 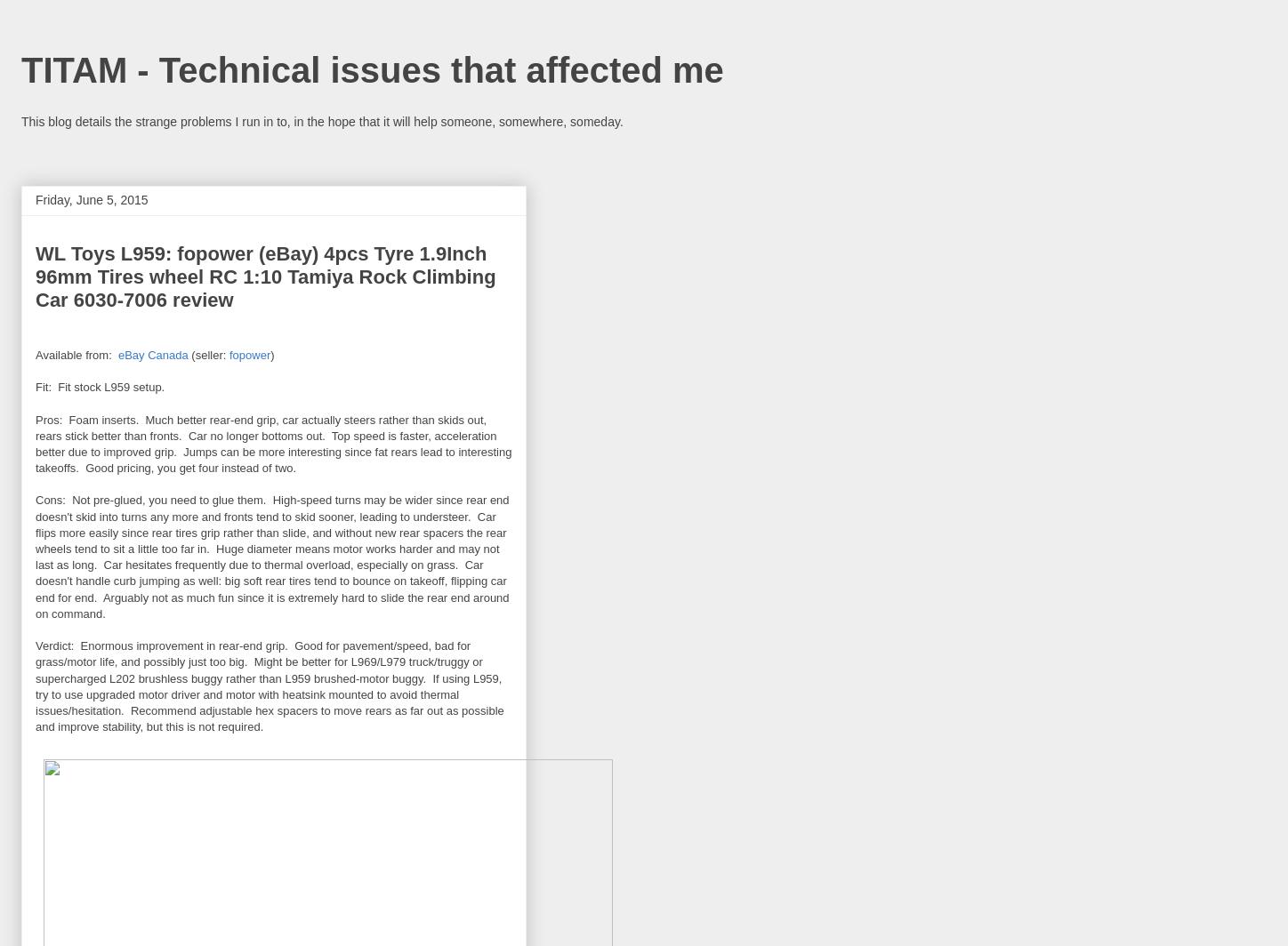 What do you see at coordinates (269, 686) in the screenshot?
I see `'Verdict:  Enormous improvement in rear-end grip.  Good for pavement/speed, bad for grass/motor life, and possibly just too big.  Might be better for L969/L979 truck/truggy or supercharged L202 brushless buggy rather than L959 brushed-motor buggy.  If using L959, try to use upgraded motor driver and motor with heatsink mounted to avoid thermal issues/hesitation.  Recommend adjustable hex spacers to move rears as far out as possible and improve stability, but this is not required.'` at bounding box center [269, 686].